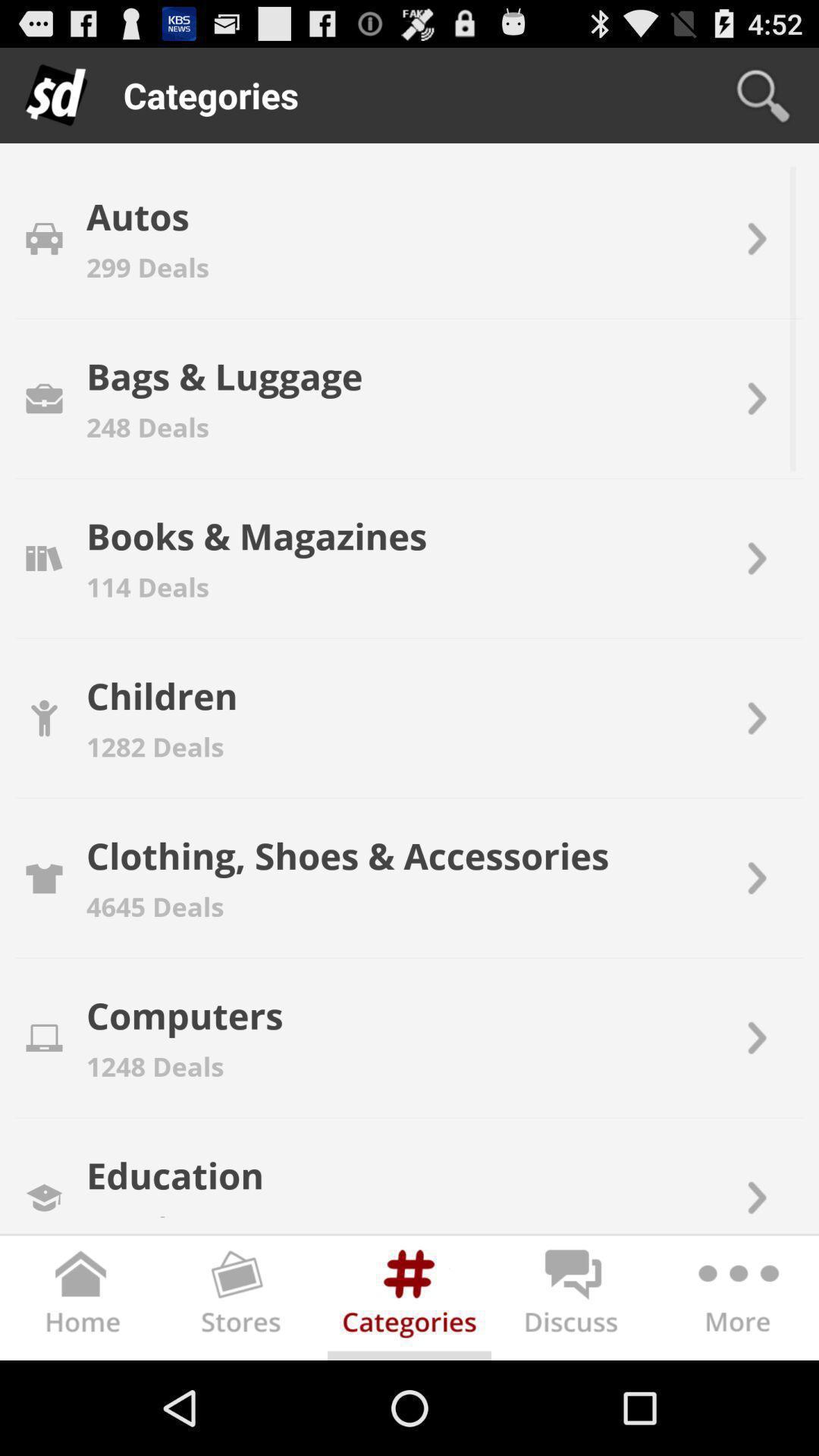  Describe the element at coordinates (409, 1301) in the screenshot. I see `categories` at that location.